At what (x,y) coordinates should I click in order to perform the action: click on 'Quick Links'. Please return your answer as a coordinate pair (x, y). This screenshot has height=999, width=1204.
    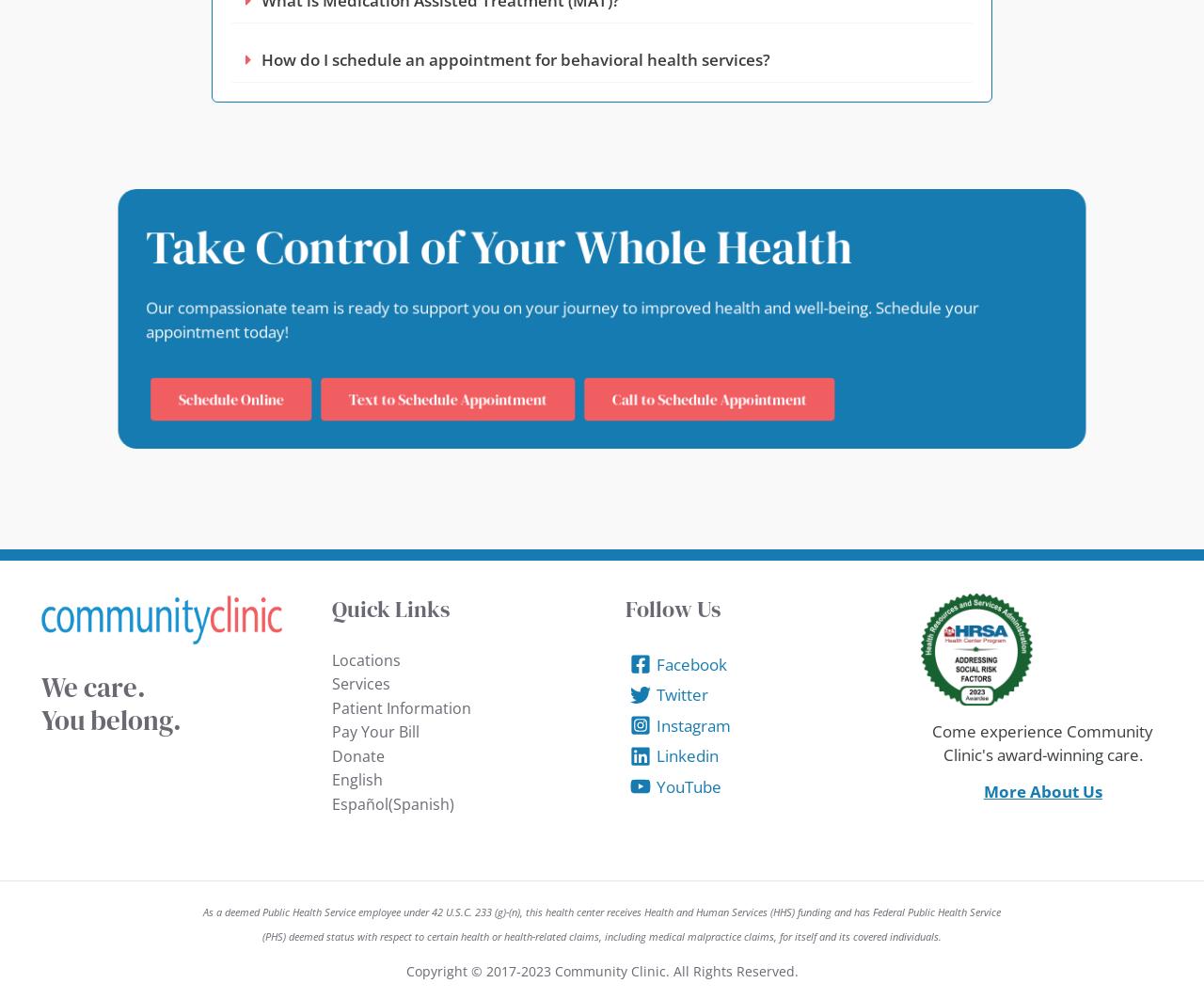
    Looking at the image, I should click on (388, 608).